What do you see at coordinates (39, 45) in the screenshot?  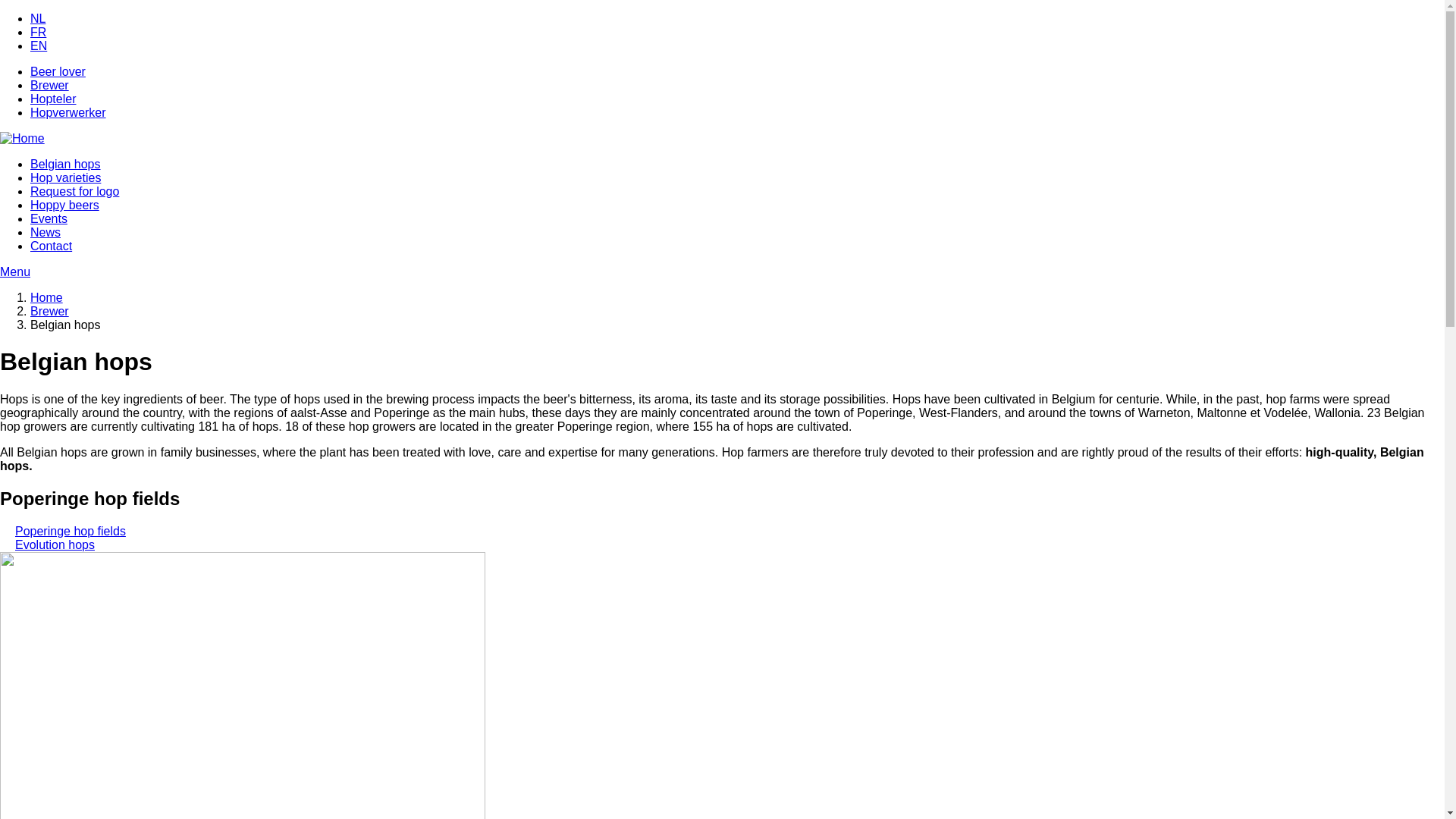 I see `'EN'` at bounding box center [39, 45].